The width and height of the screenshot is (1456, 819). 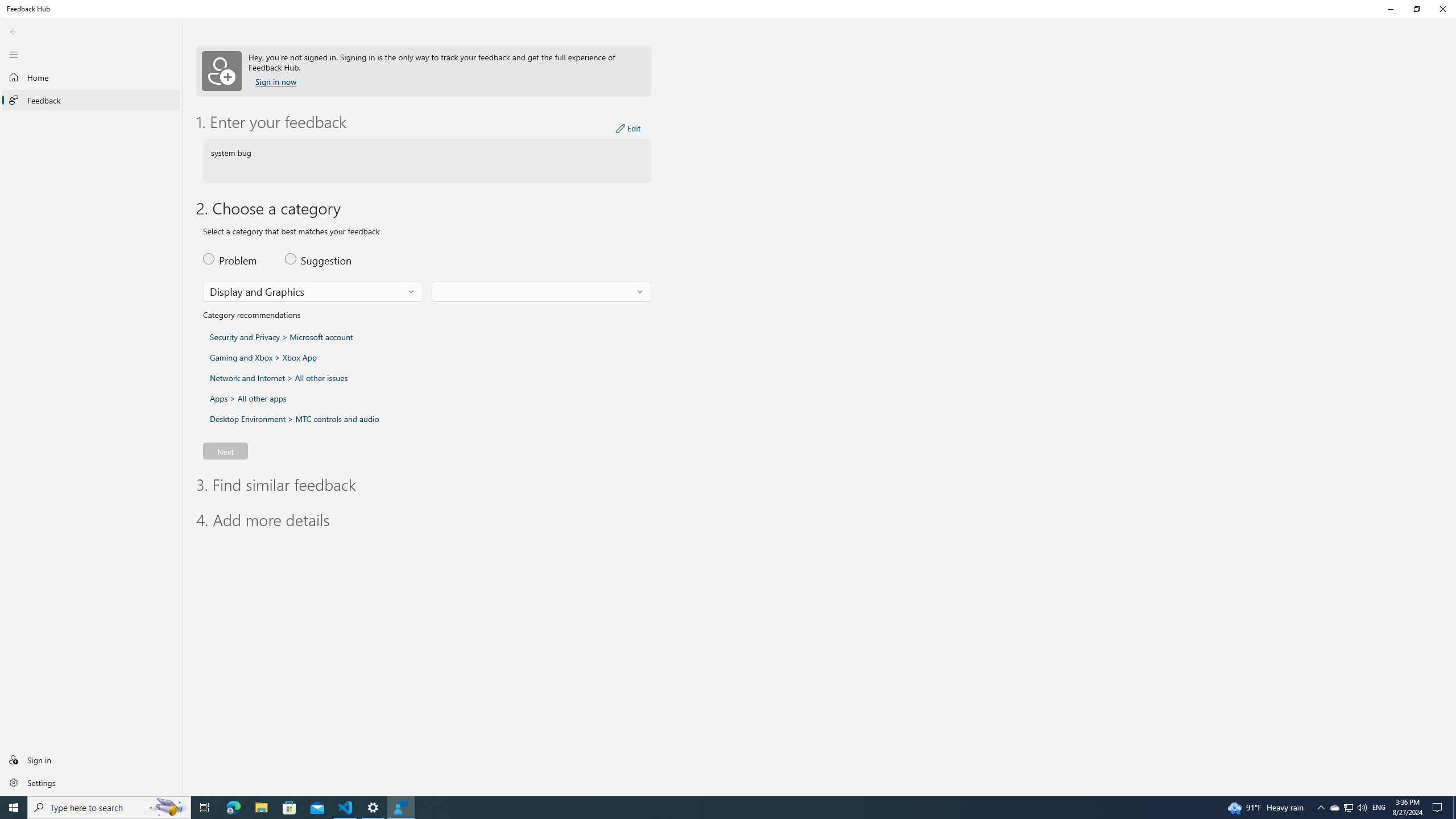 I want to click on 'Feedback type, Problem', so click(x=236, y=259).